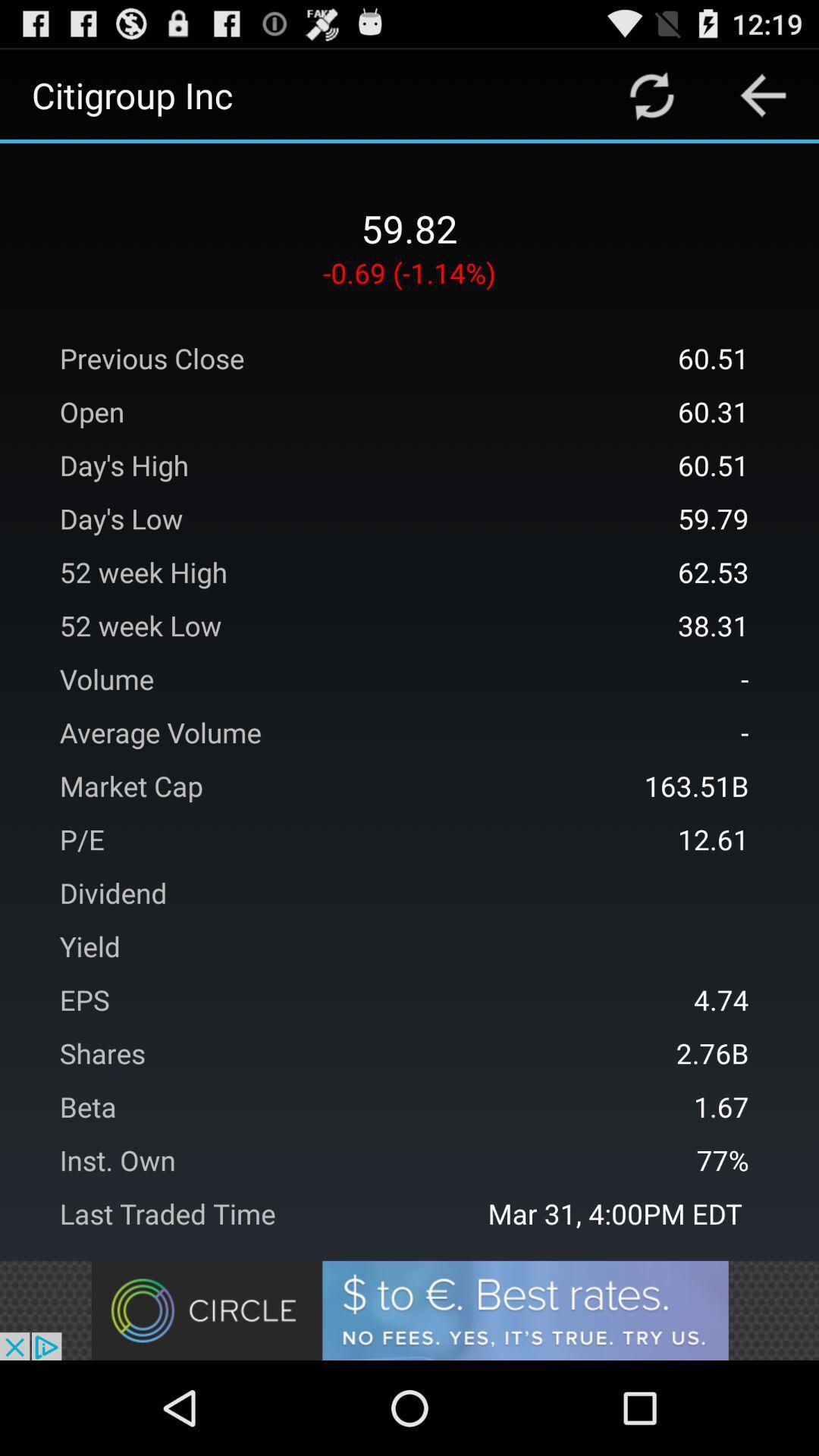 This screenshot has height=1456, width=819. I want to click on advertisement, so click(409, 1310).